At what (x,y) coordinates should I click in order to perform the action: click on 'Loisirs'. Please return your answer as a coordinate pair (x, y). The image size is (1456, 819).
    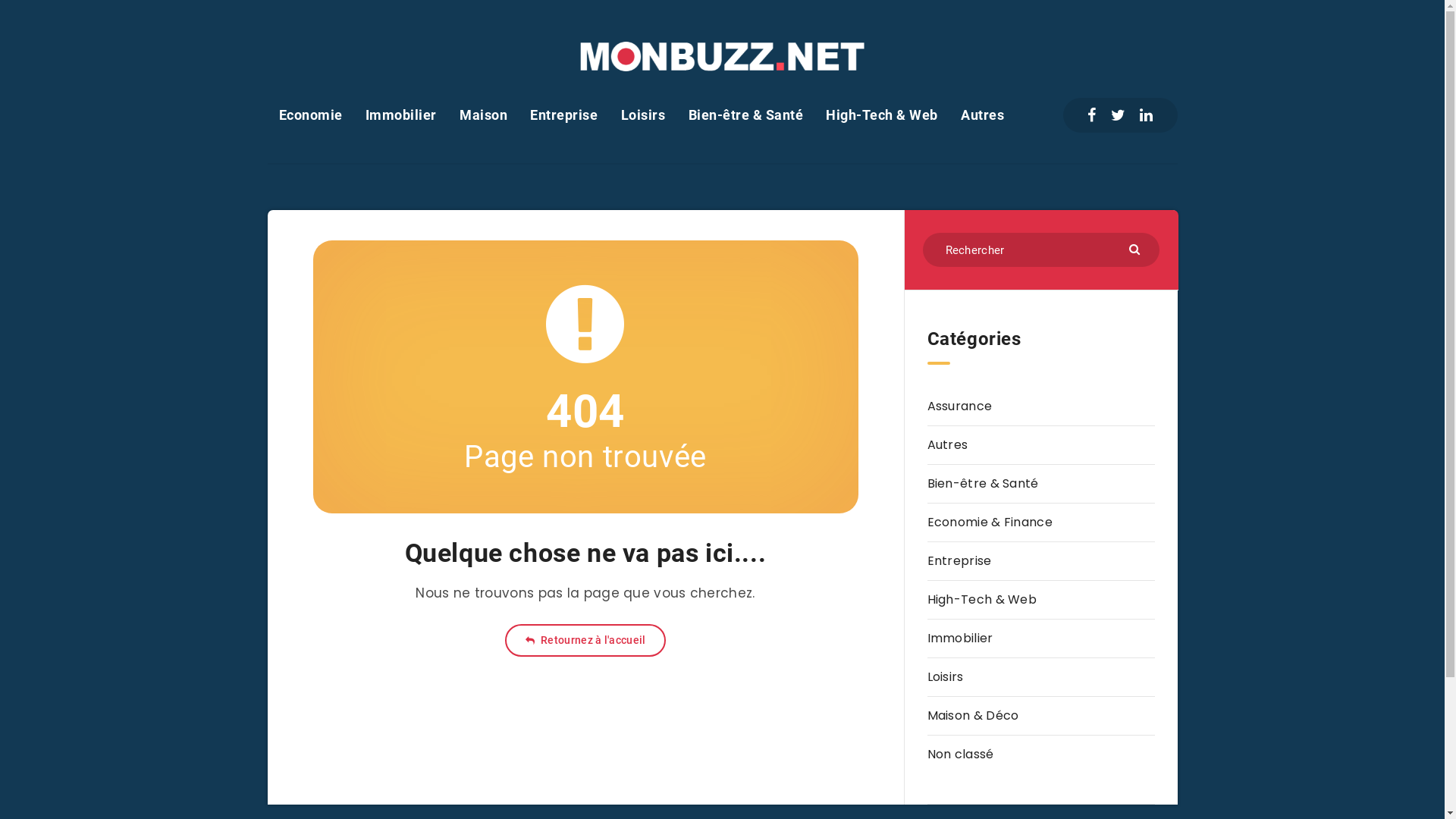
    Looking at the image, I should click on (944, 676).